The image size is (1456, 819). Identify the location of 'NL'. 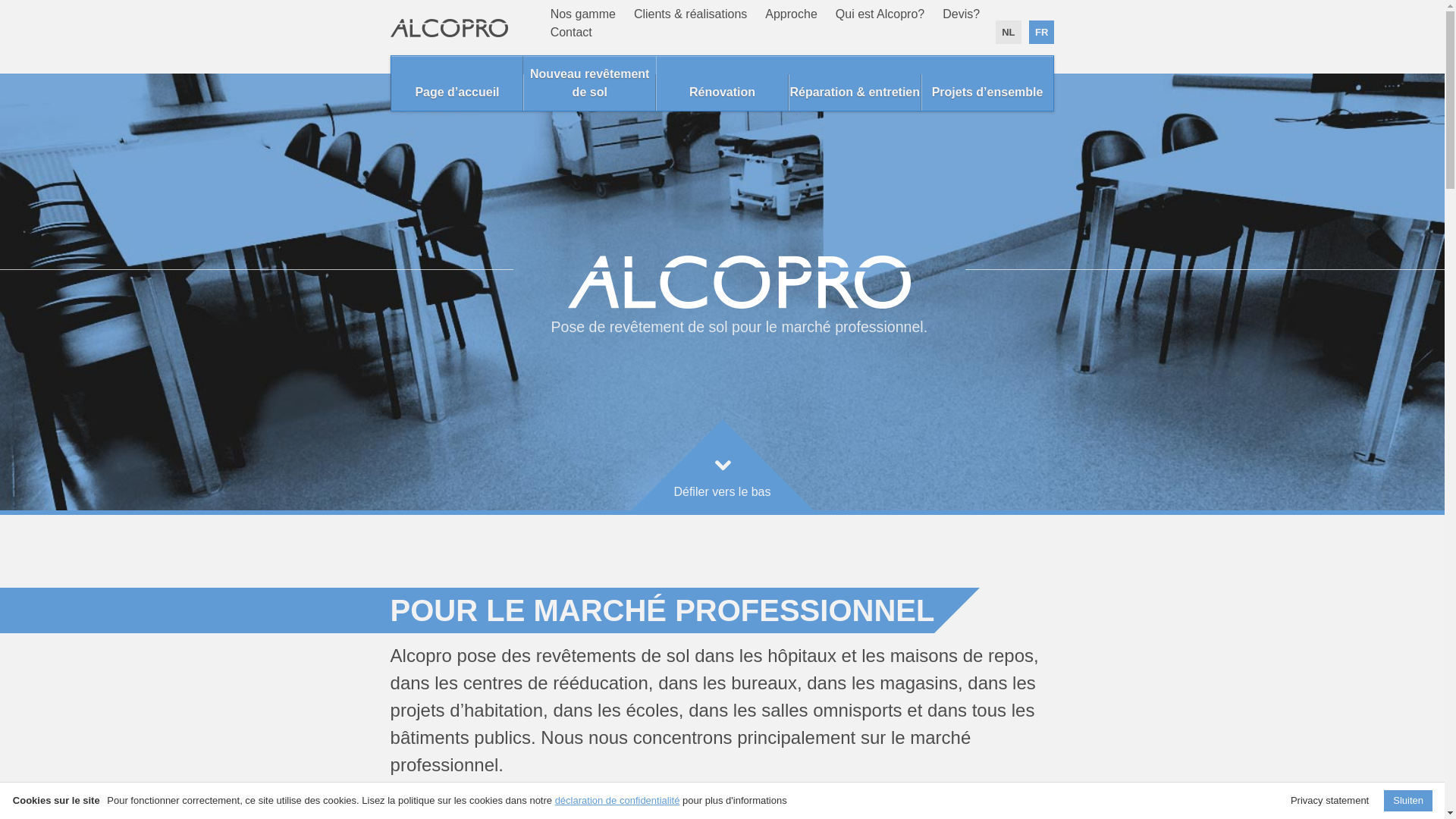
(1008, 32).